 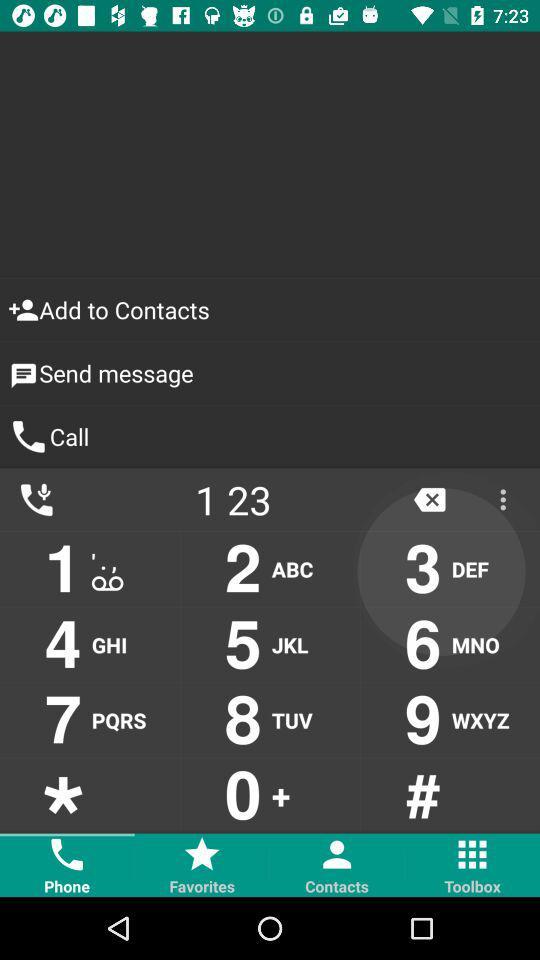 What do you see at coordinates (270, 310) in the screenshot?
I see `icon above send message item` at bounding box center [270, 310].